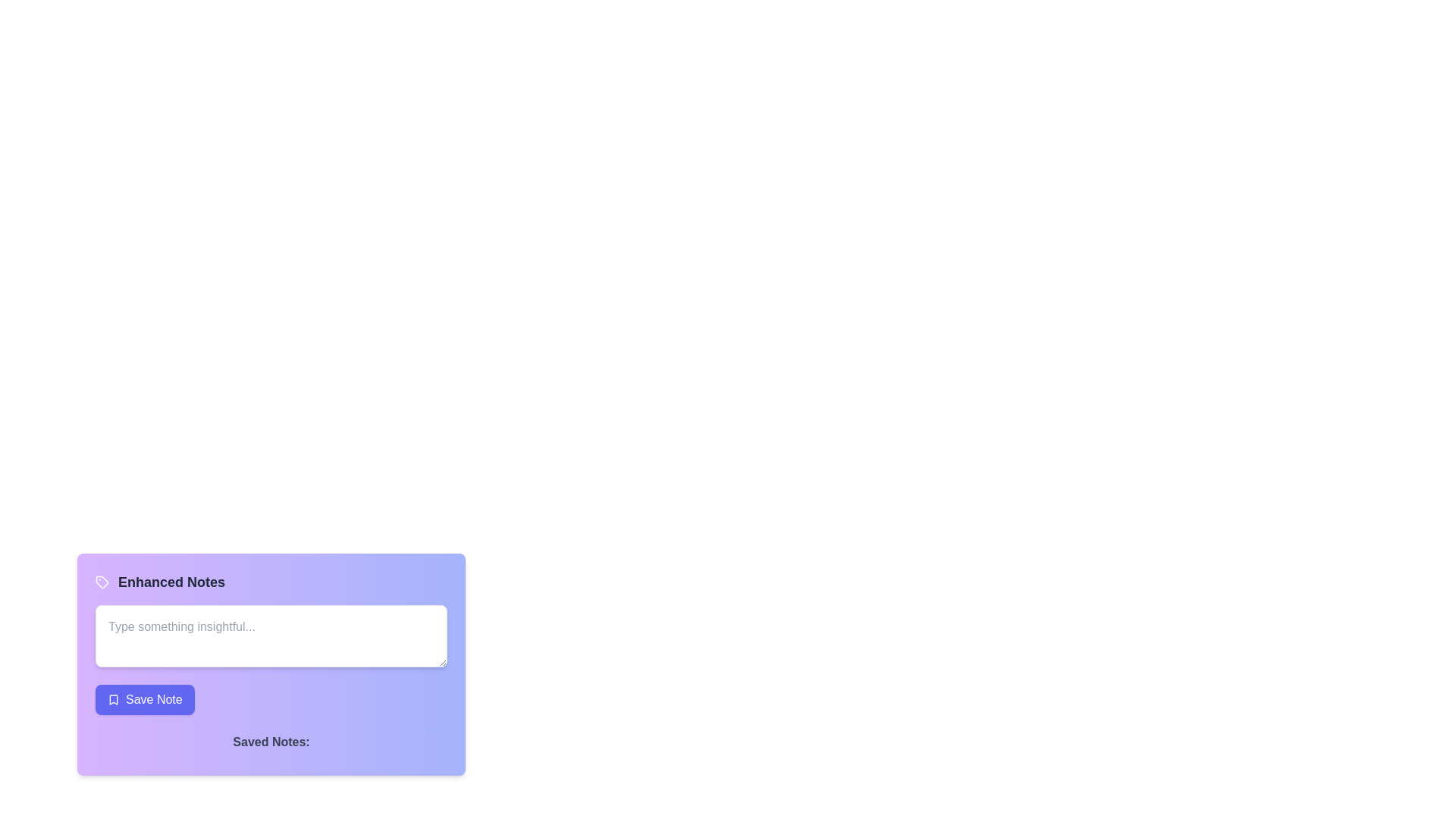 The width and height of the screenshot is (1456, 819). I want to click on the tag icon located at the top-left corner of the 'Enhanced Notes' purple interface box, aligned next to the title text 'Enhanced Notes.', so click(101, 581).